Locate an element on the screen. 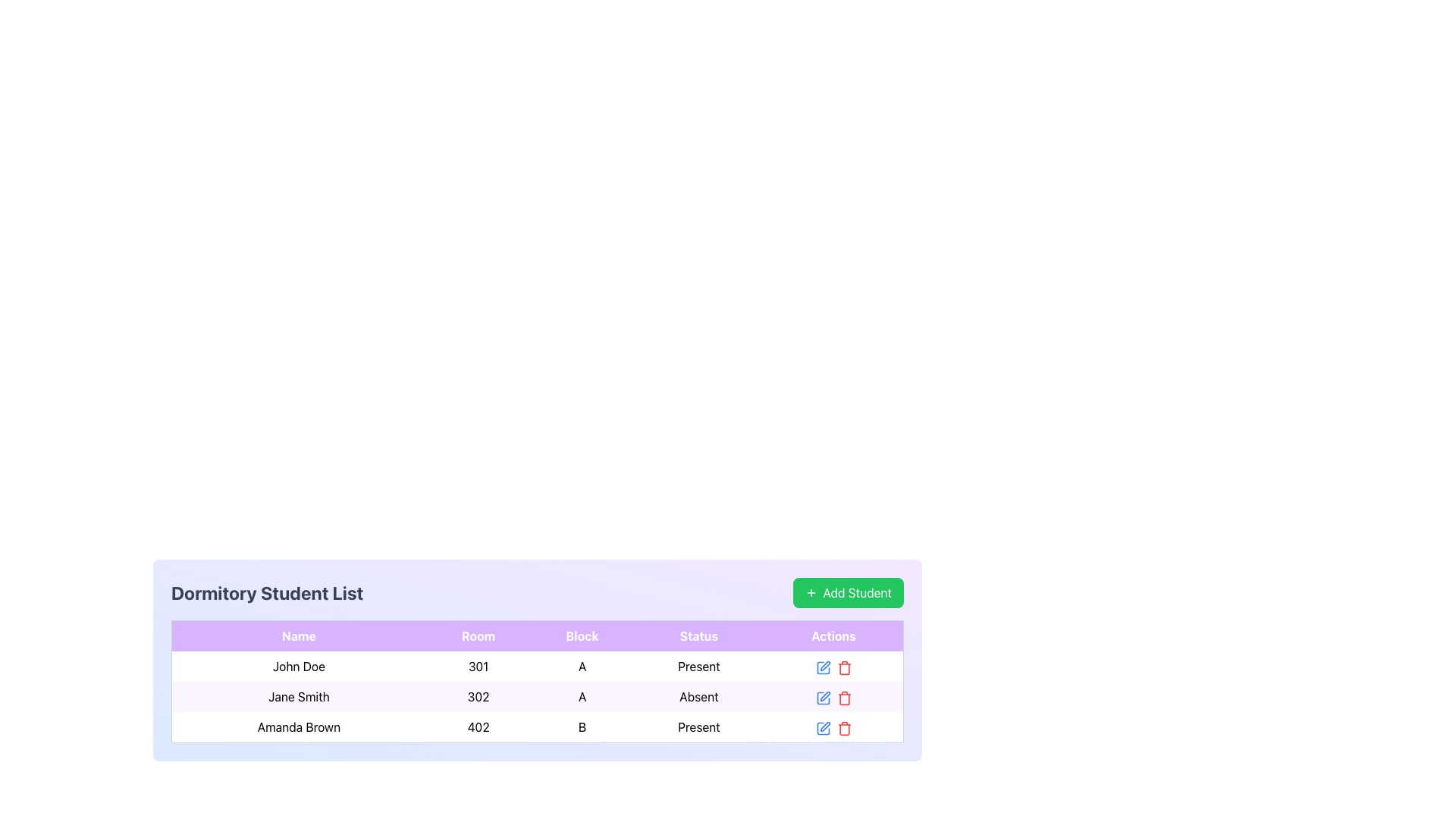 Image resolution: width=1456 pixels, height=819 pixels. the text that signifies the block designation 'B' for Amanda Brown, located in the third column of the table under the 'Block' header is located at coordinates (582, 726).